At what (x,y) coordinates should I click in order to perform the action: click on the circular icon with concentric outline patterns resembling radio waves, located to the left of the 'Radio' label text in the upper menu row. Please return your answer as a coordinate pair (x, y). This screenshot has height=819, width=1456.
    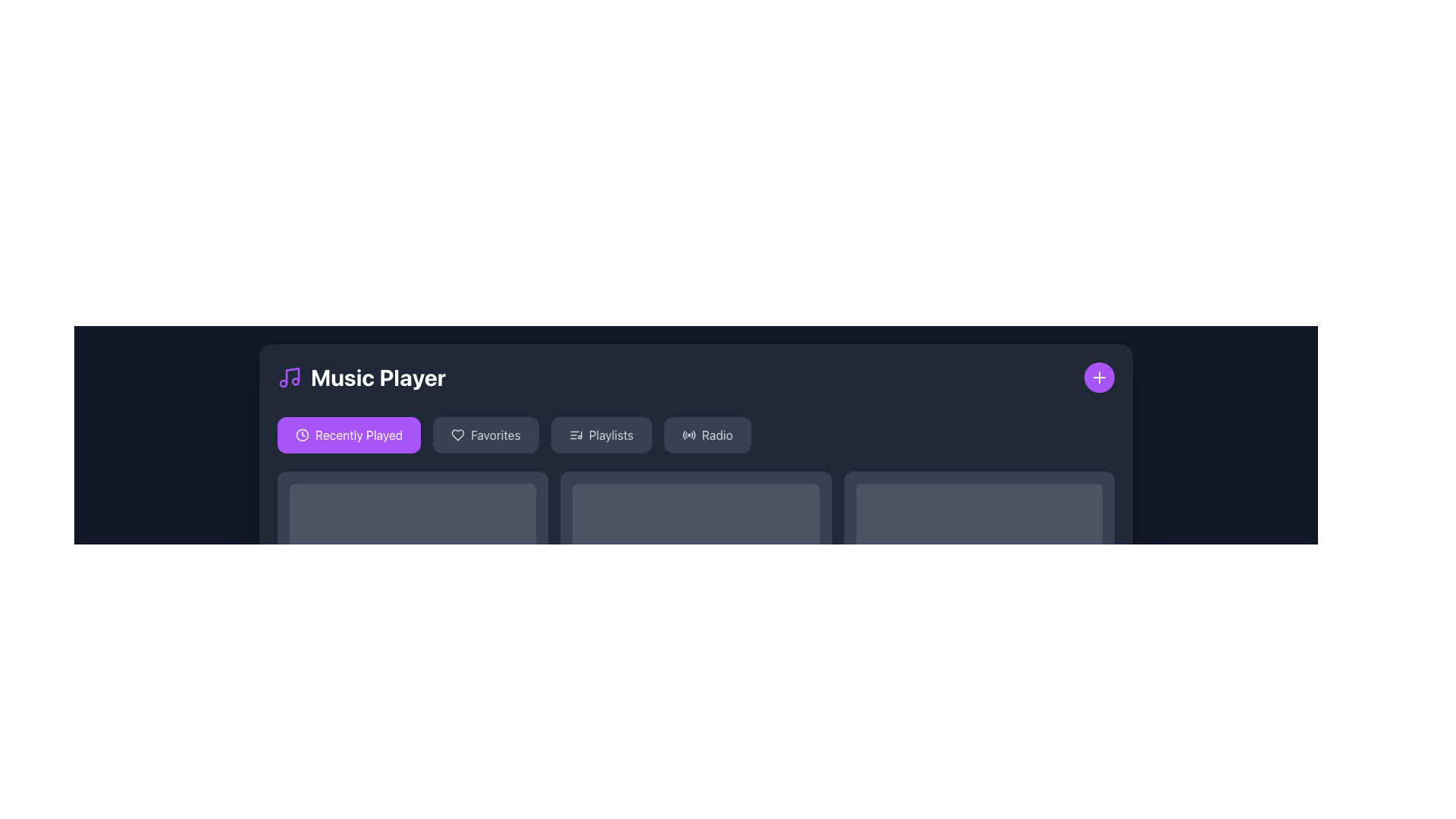
    Looking at the image, I should click on (688, 435).